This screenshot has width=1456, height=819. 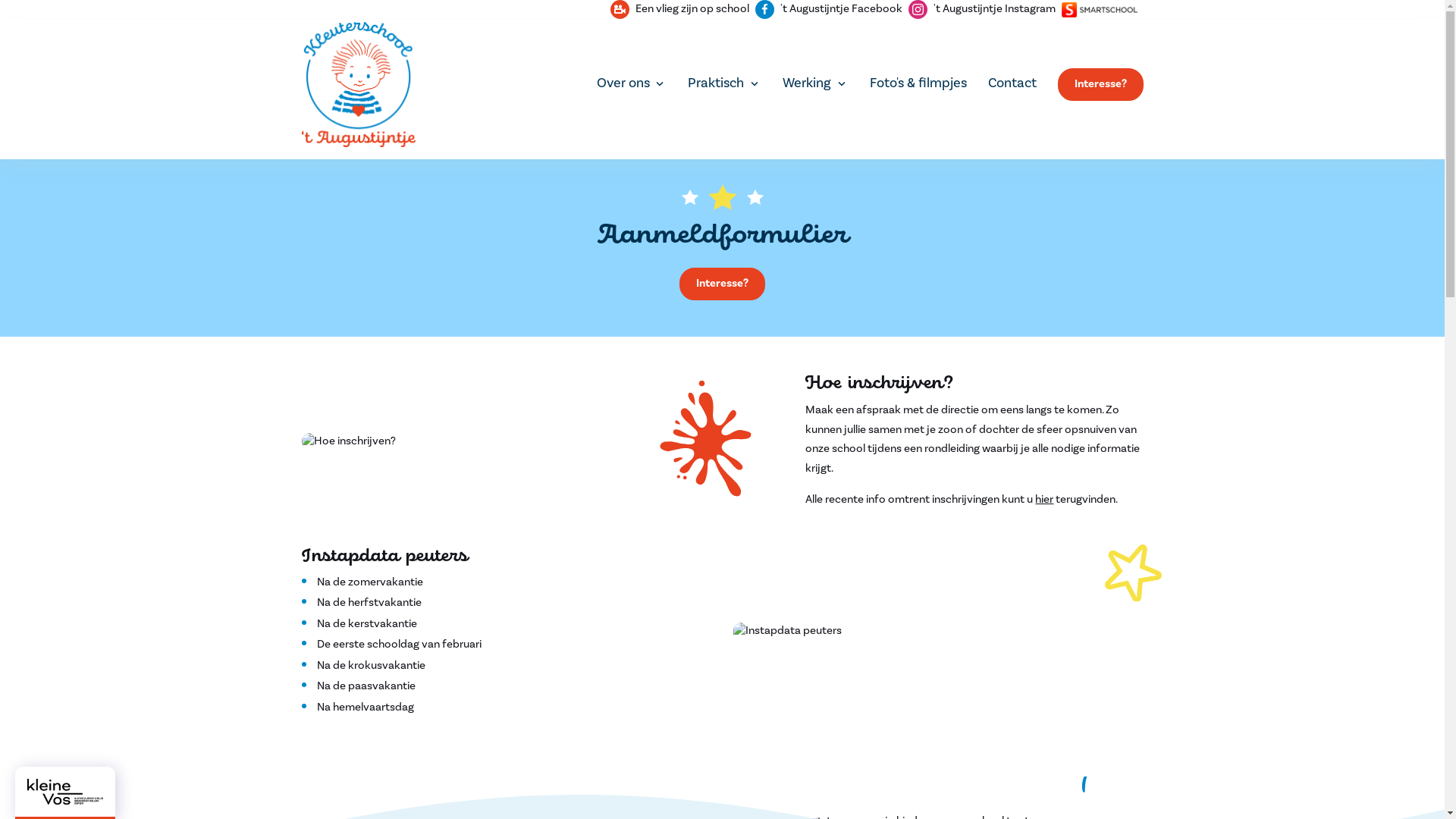 I want to click on 'hier', so click(x=1043, y=499).